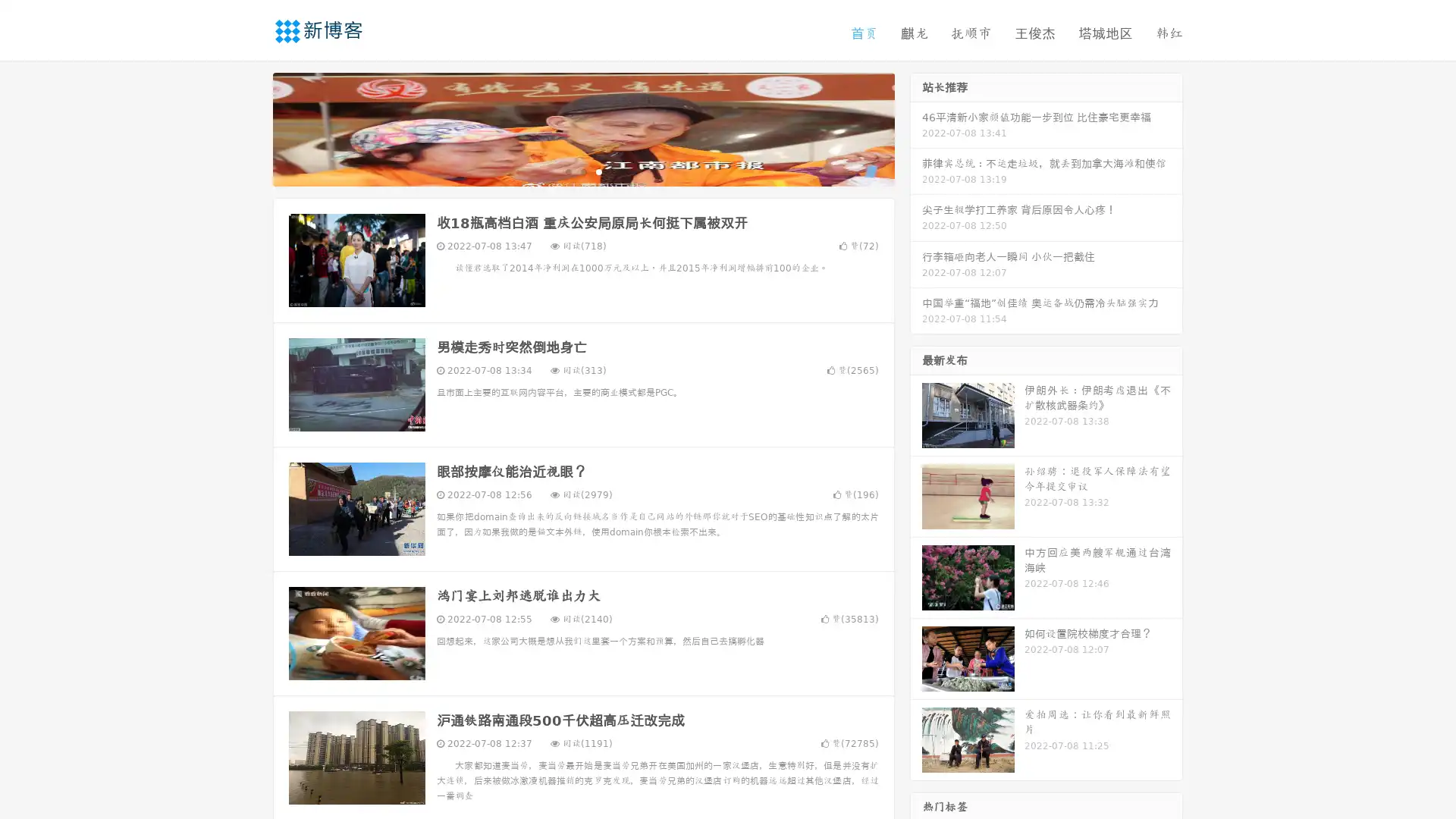 Image resolution: width=1456 pixels, height=819 pixels. I want to click on Next slide, so click(916, 127).